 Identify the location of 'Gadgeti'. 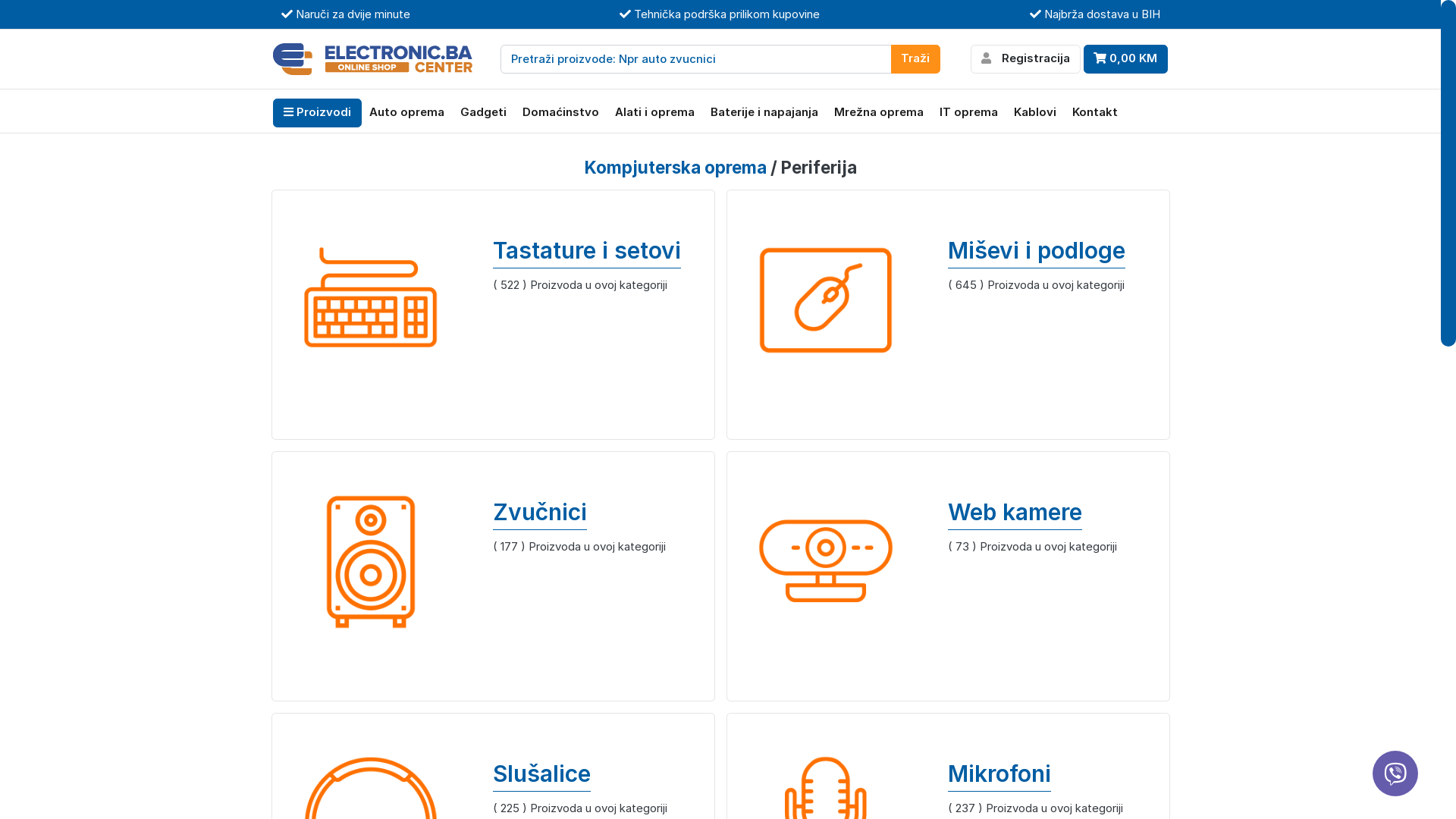
(482, 112).